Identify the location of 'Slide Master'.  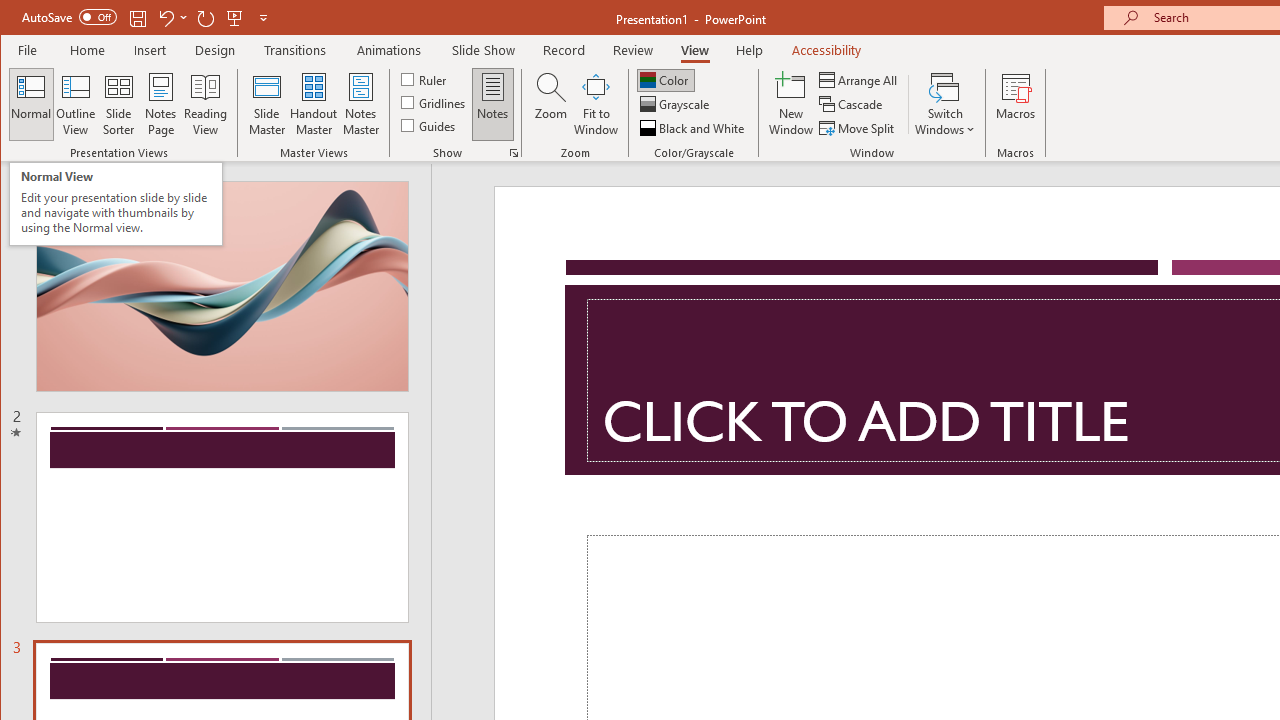
(265, 104).